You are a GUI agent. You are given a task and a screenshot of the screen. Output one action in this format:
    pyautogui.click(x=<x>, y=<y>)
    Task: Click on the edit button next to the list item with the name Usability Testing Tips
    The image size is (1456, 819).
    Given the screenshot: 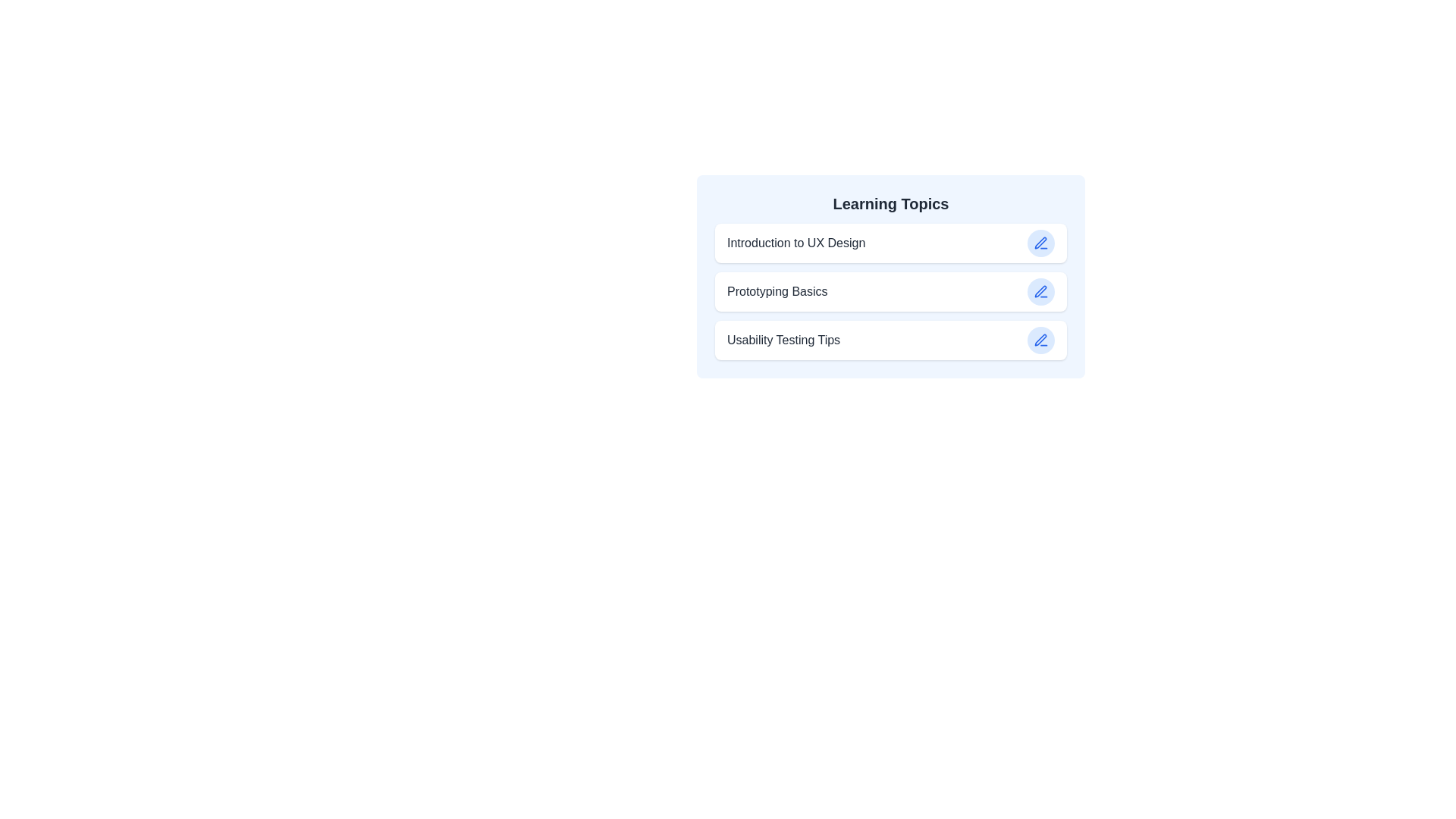 What is the action you would take?
    pyautogui.click(x=1040, y=339)
    